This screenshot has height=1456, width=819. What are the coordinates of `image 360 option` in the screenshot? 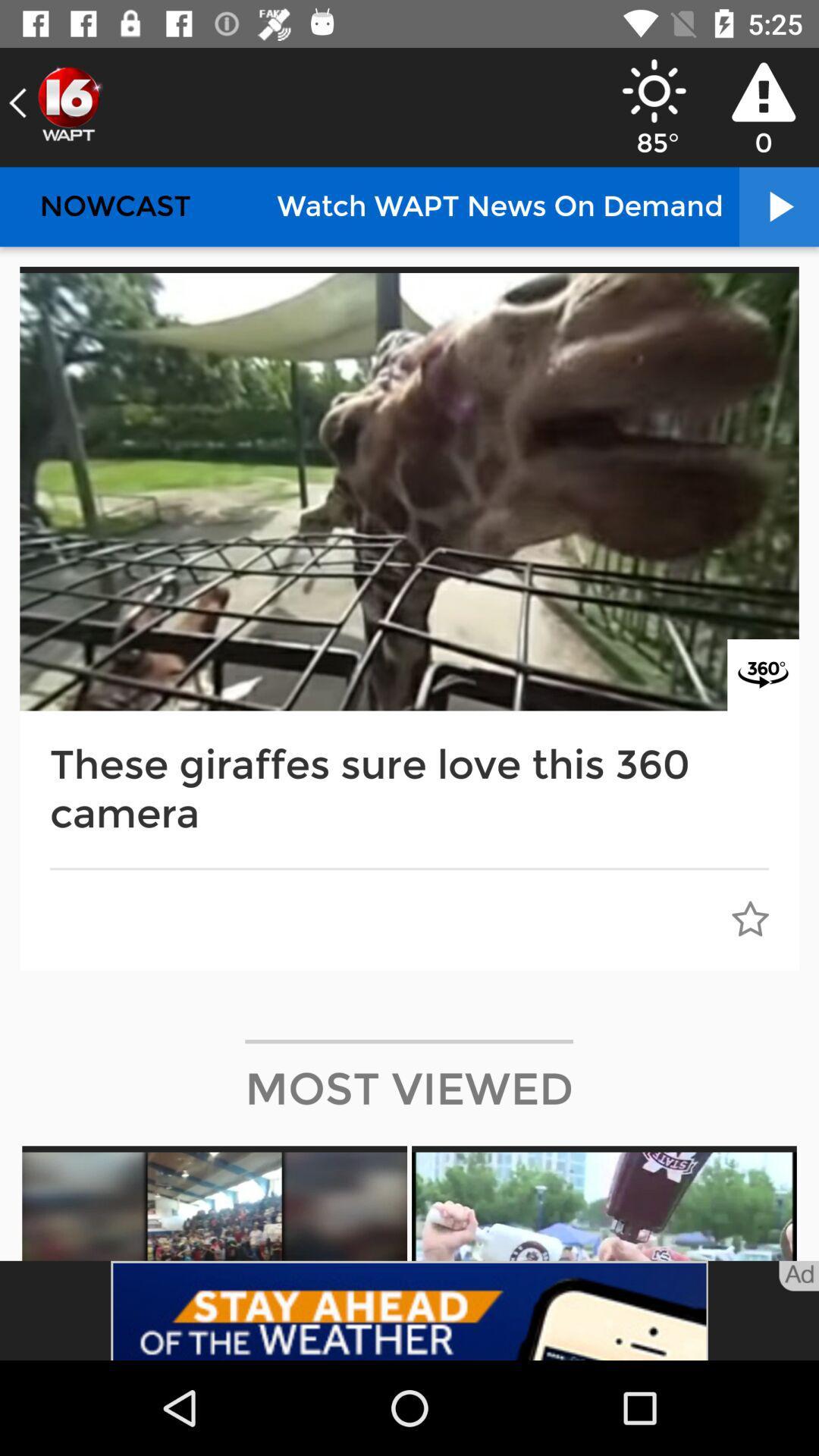 It's located at (763, 674).